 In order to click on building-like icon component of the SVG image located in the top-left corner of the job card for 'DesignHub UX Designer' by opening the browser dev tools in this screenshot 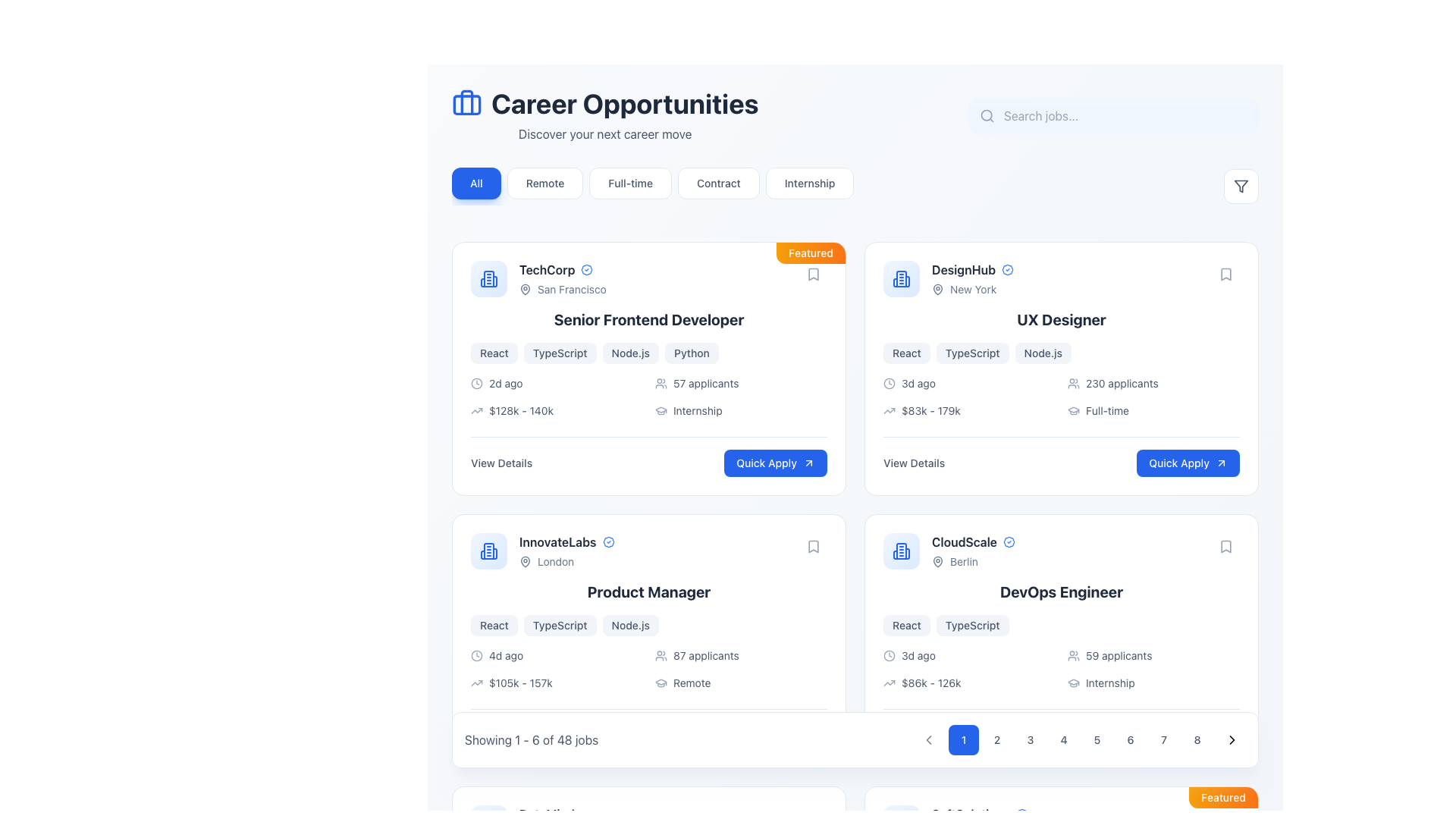, I will do `click(902, 278)`.